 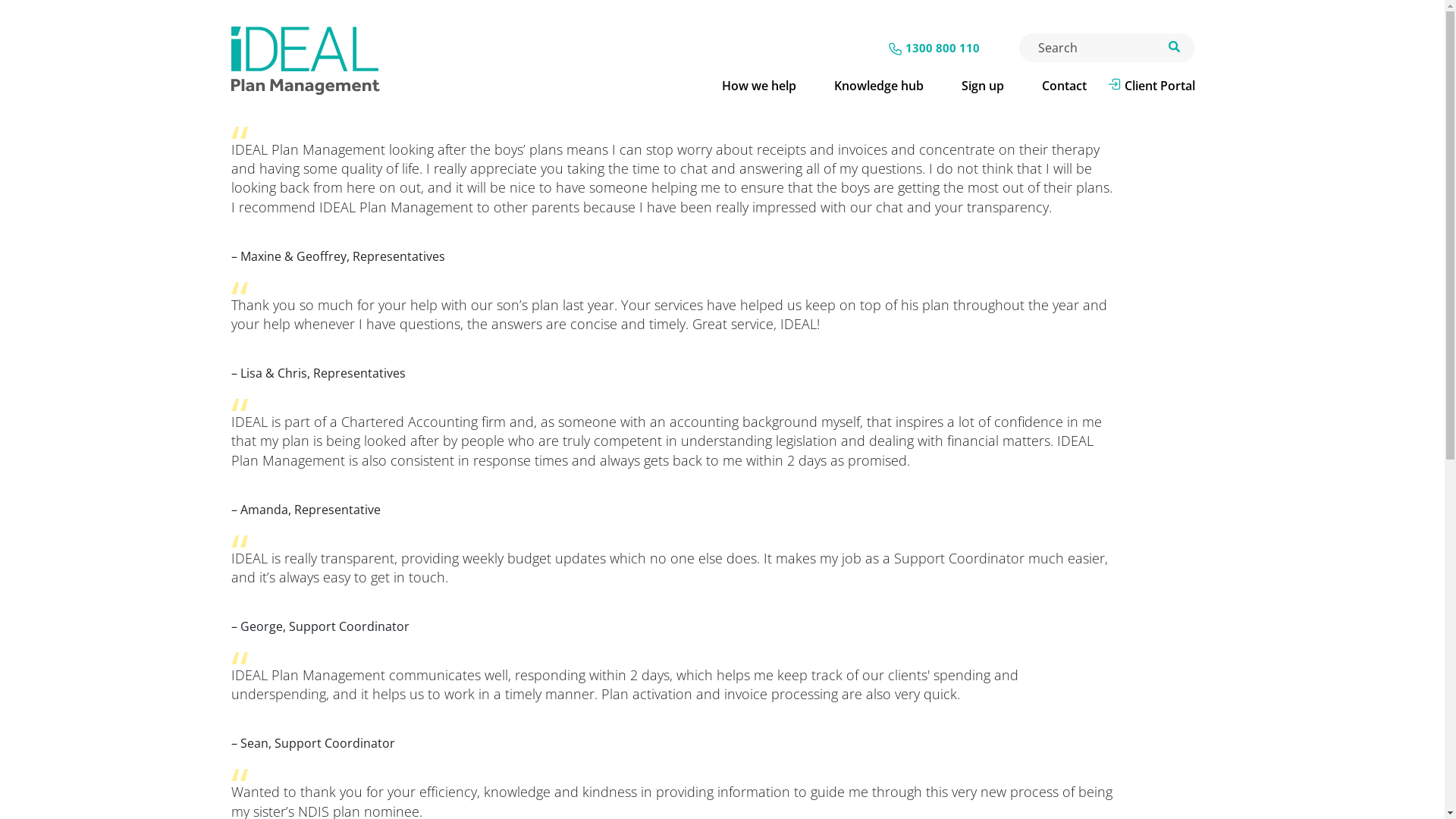 I want to click on 'Knowledge hub', so click(x=877, y=85).